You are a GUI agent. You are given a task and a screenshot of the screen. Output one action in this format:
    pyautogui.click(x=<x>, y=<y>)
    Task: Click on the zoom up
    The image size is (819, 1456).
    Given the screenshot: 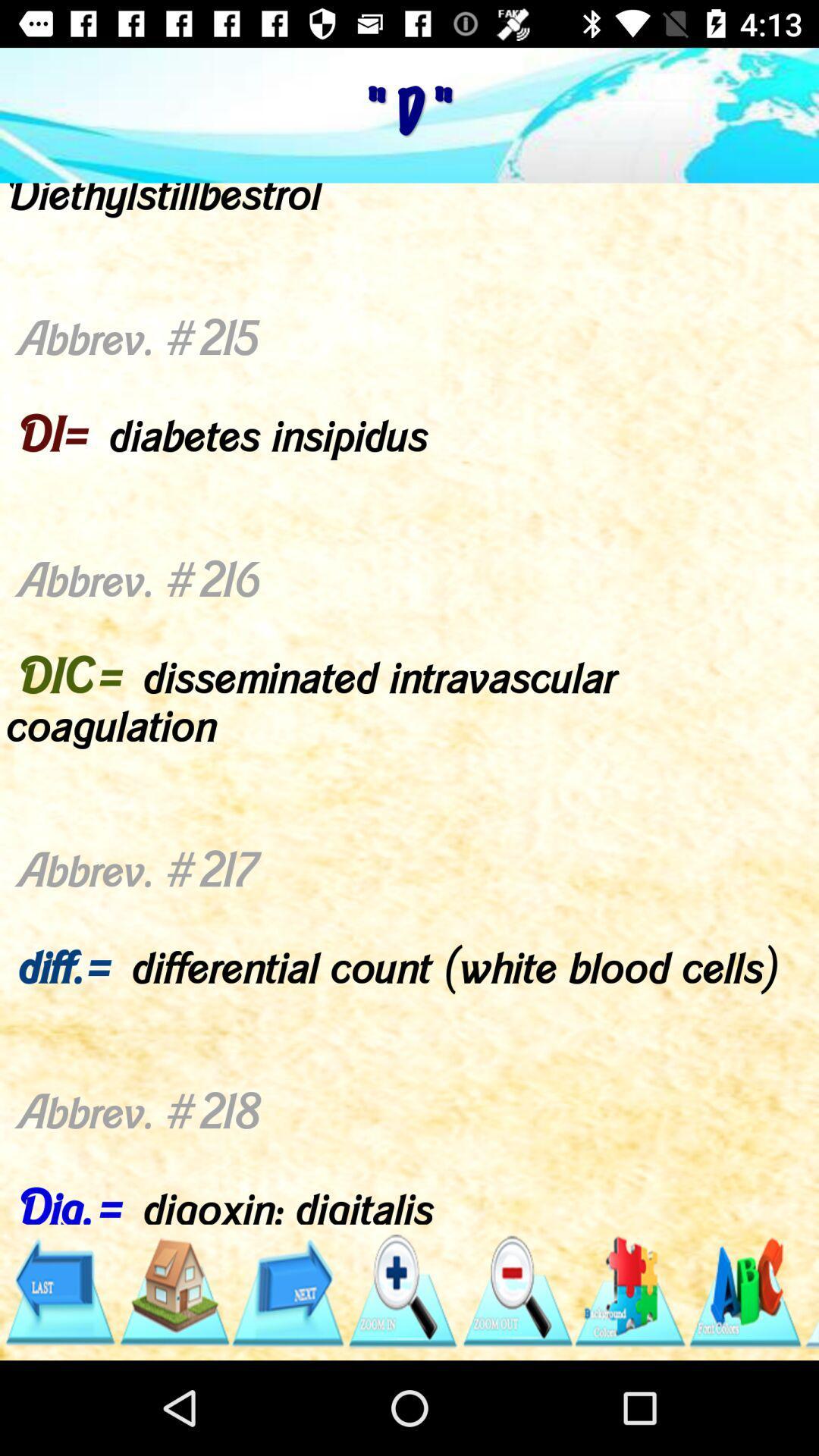 What is the action you would take?
    pyautogui.click(x=401, y=1291)
    